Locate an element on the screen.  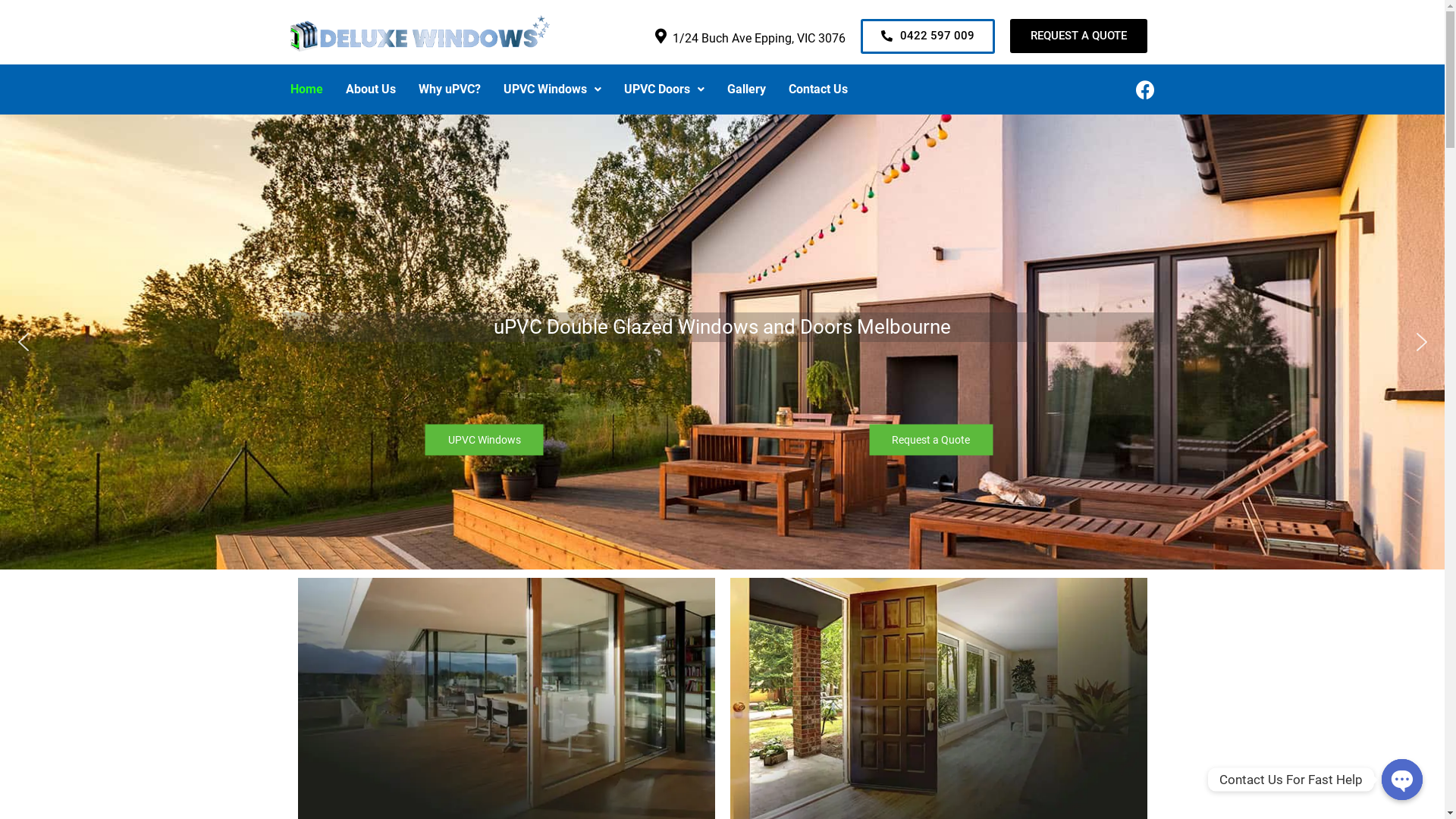
'Home' is located at coordinates (279, 89).